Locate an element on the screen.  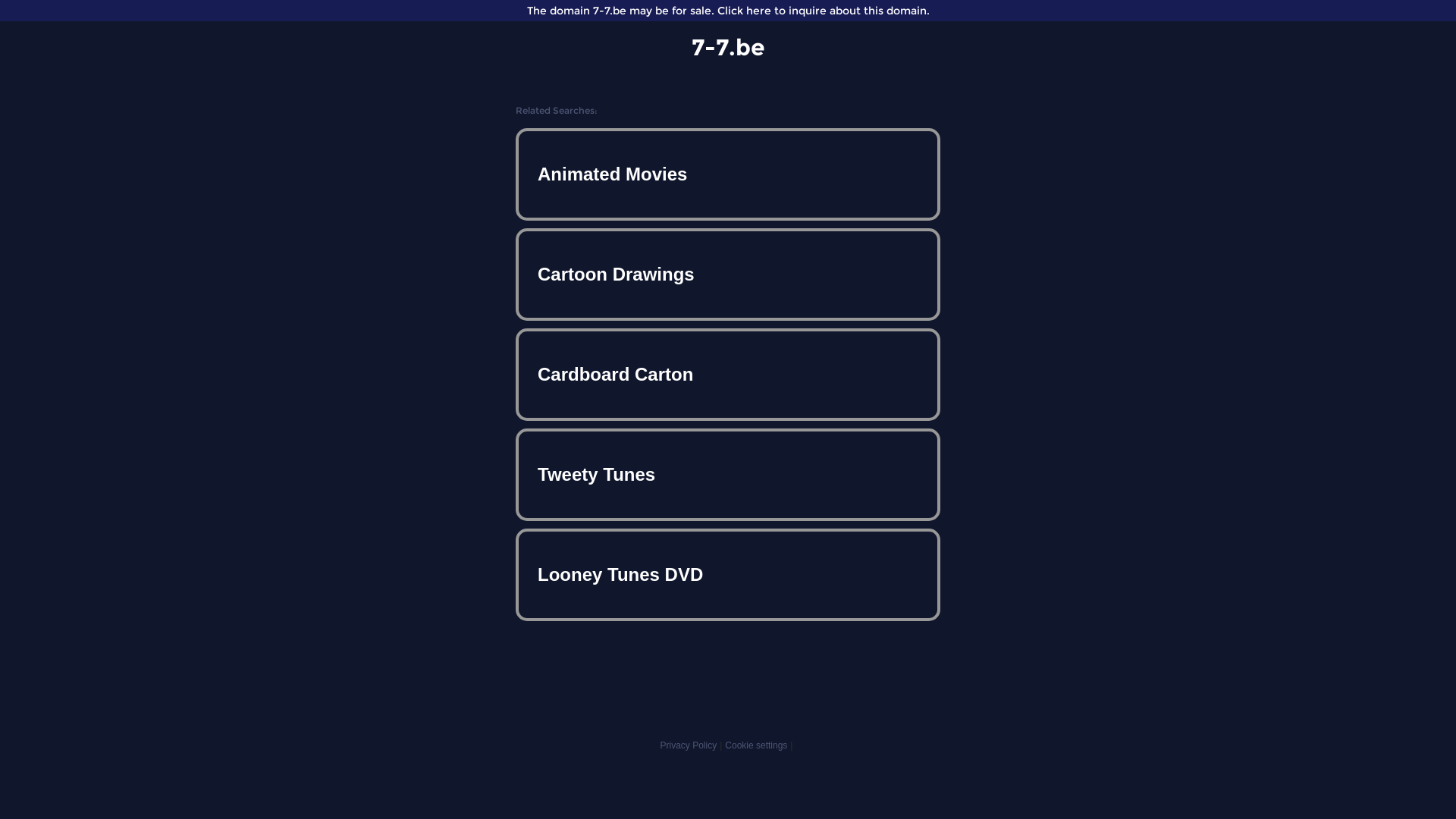
'Tweety Tunes' is located at coordinates (728, 473).